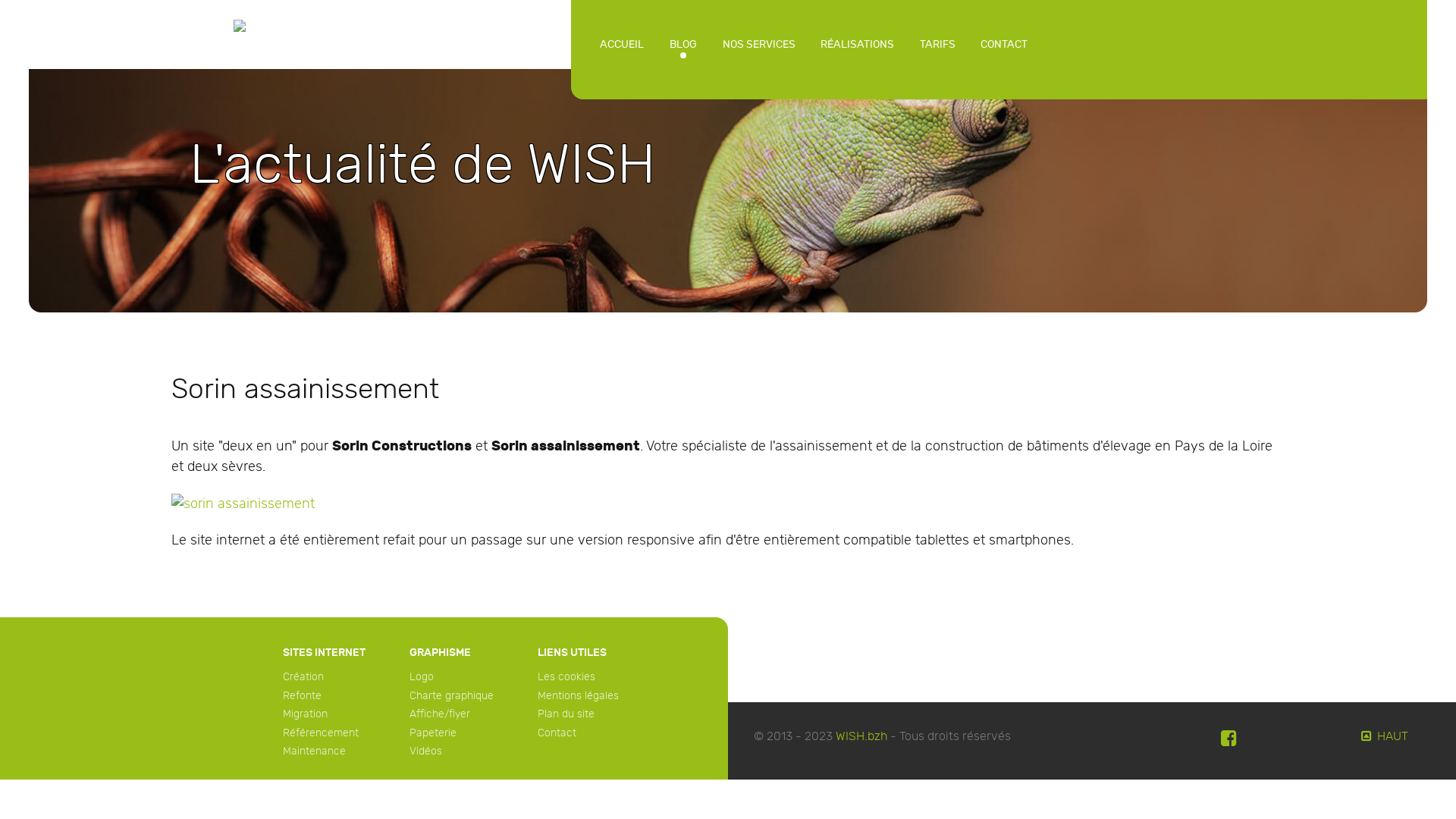 The height and width of the screenshot is (819, 1456). What do you see at coordinates (937, 43) in the screenshot?
I see `'TARIFS'` at bounding box center [937, 43].